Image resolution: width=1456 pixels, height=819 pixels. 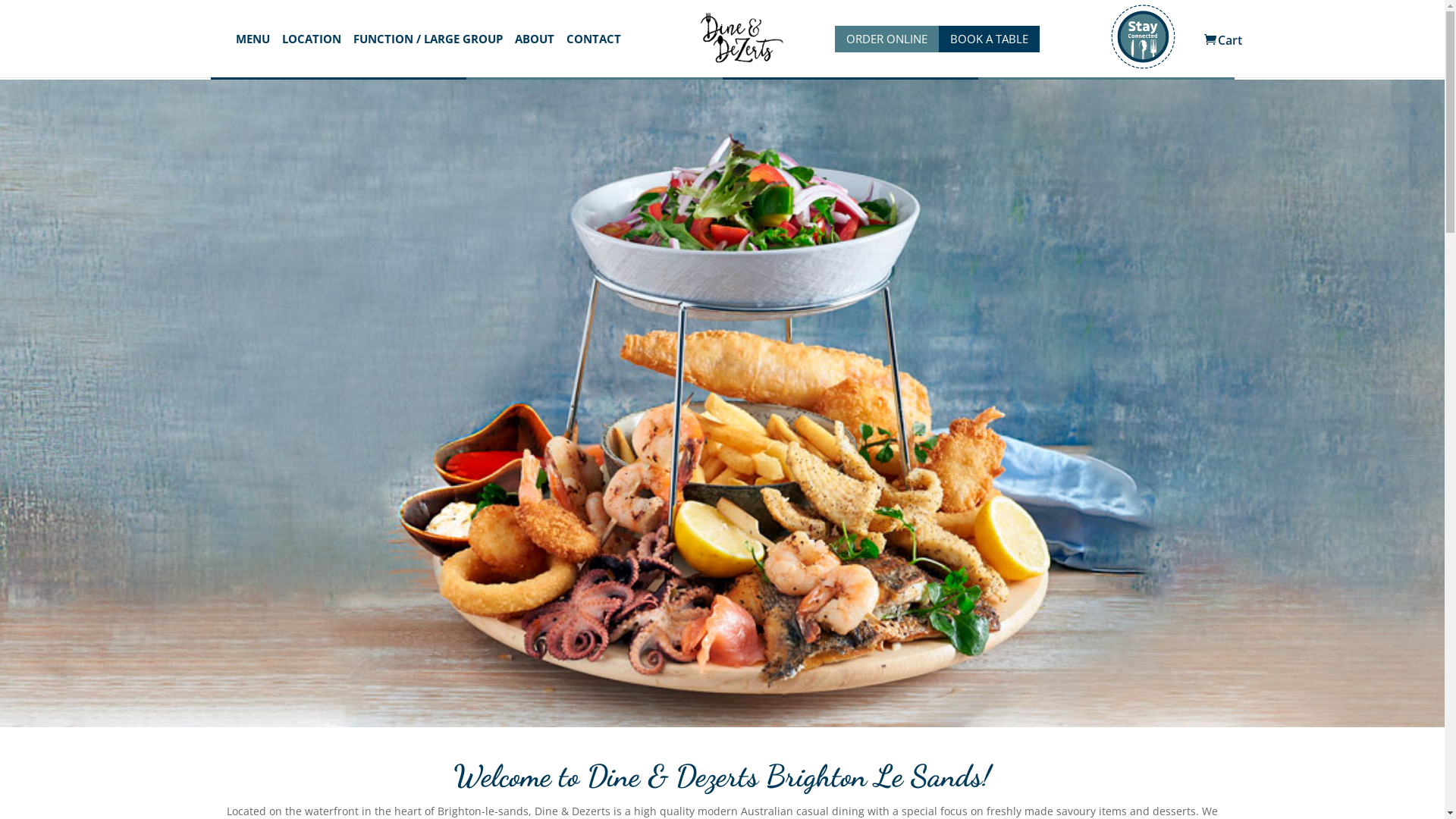 What do you see at coordinates (720, 62) in the screenshot?
I see `'Functions & Events'` at bounding box center [720, 62].